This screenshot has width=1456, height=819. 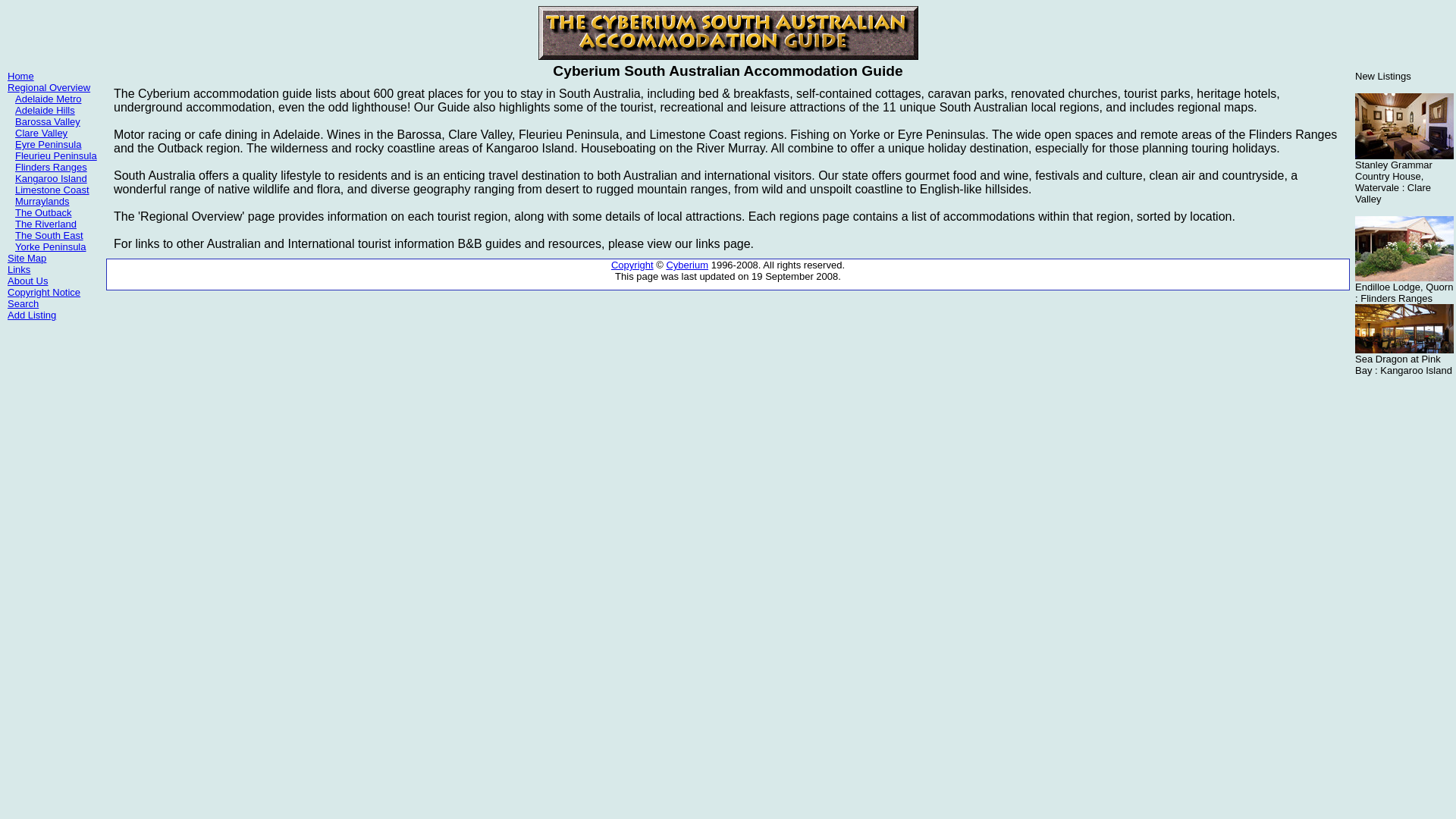 I want to click on 'Home', so click(x=20, y=76).